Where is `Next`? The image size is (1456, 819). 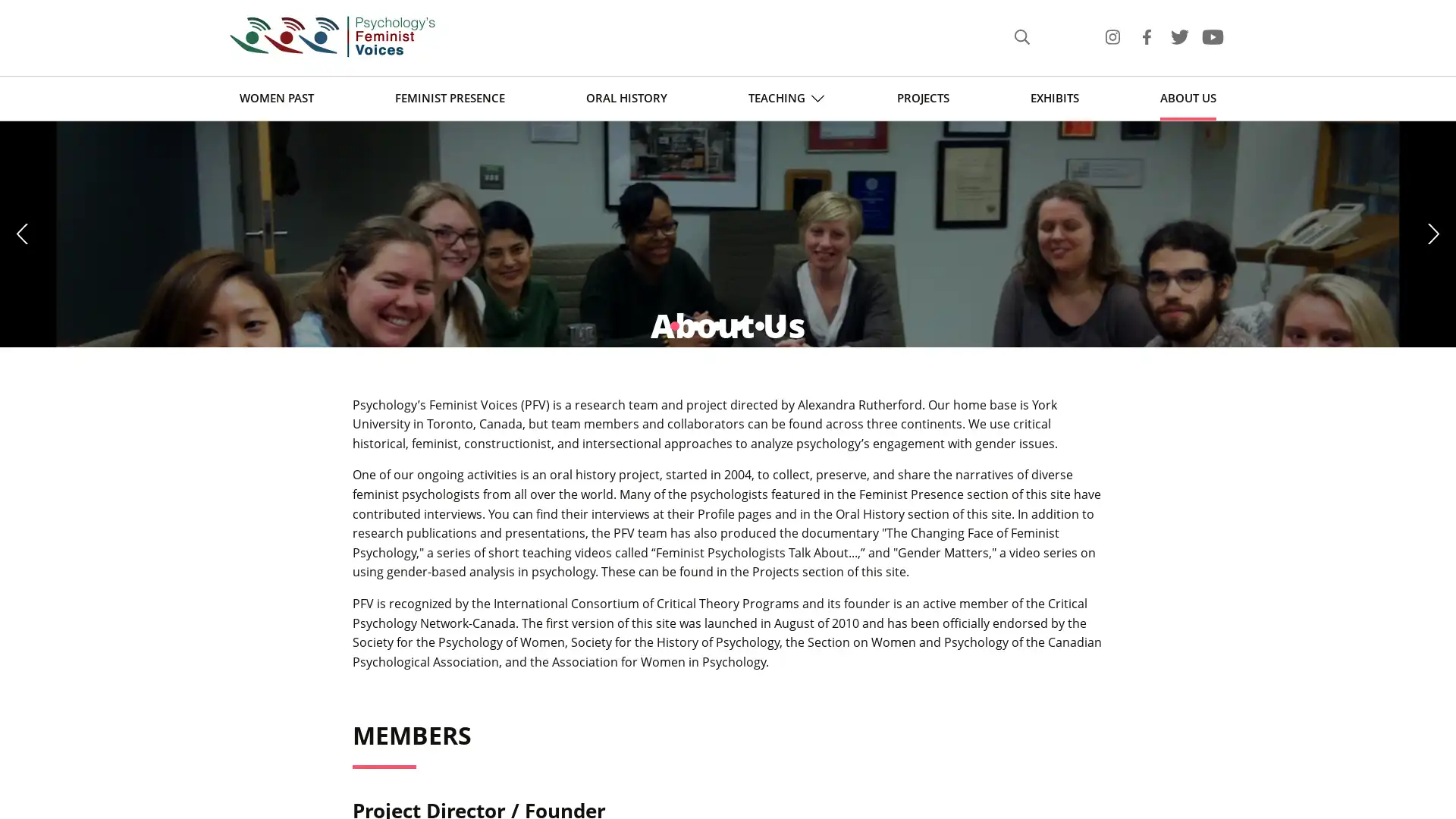
Next is located at coordinates (1430, 332).